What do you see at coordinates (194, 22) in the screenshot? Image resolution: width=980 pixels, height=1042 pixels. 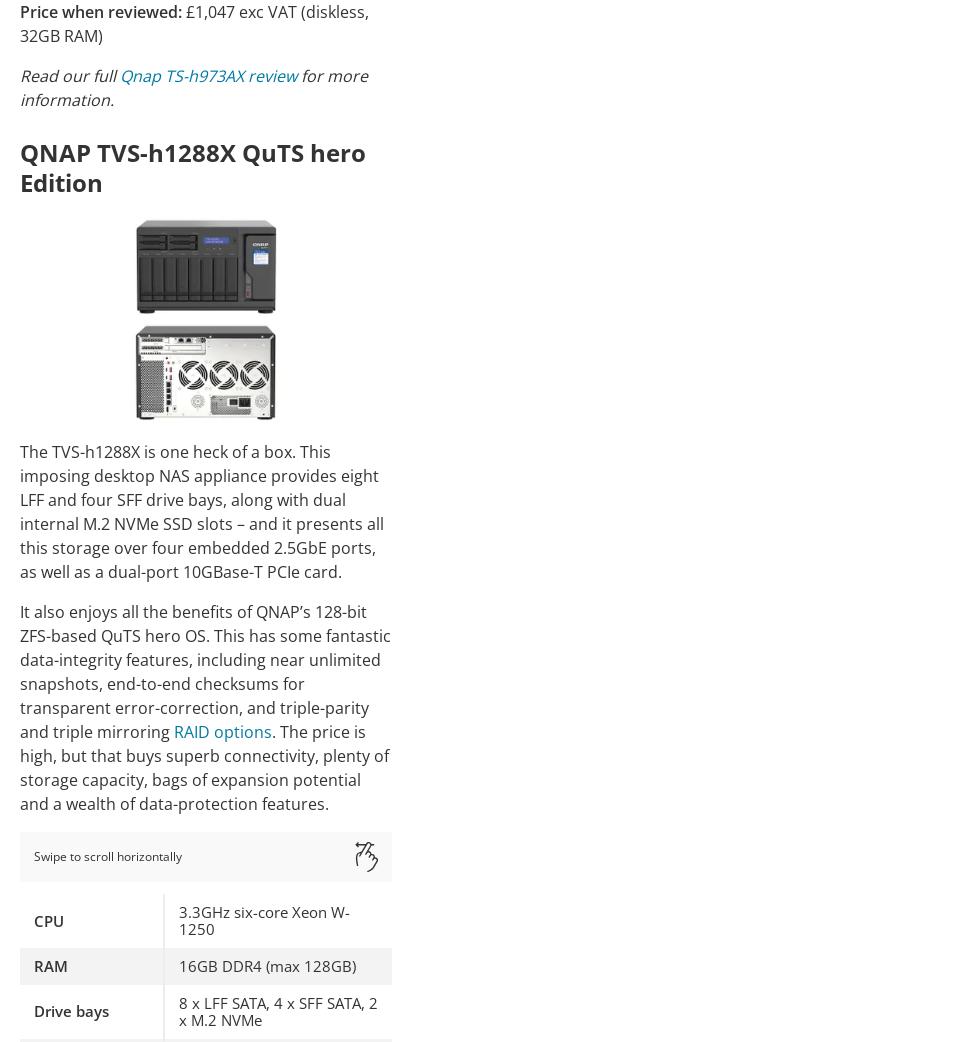 I see `'£1,047 exc VAT (diskless, 32GB RAM)'` at bounding box center [194, 22].